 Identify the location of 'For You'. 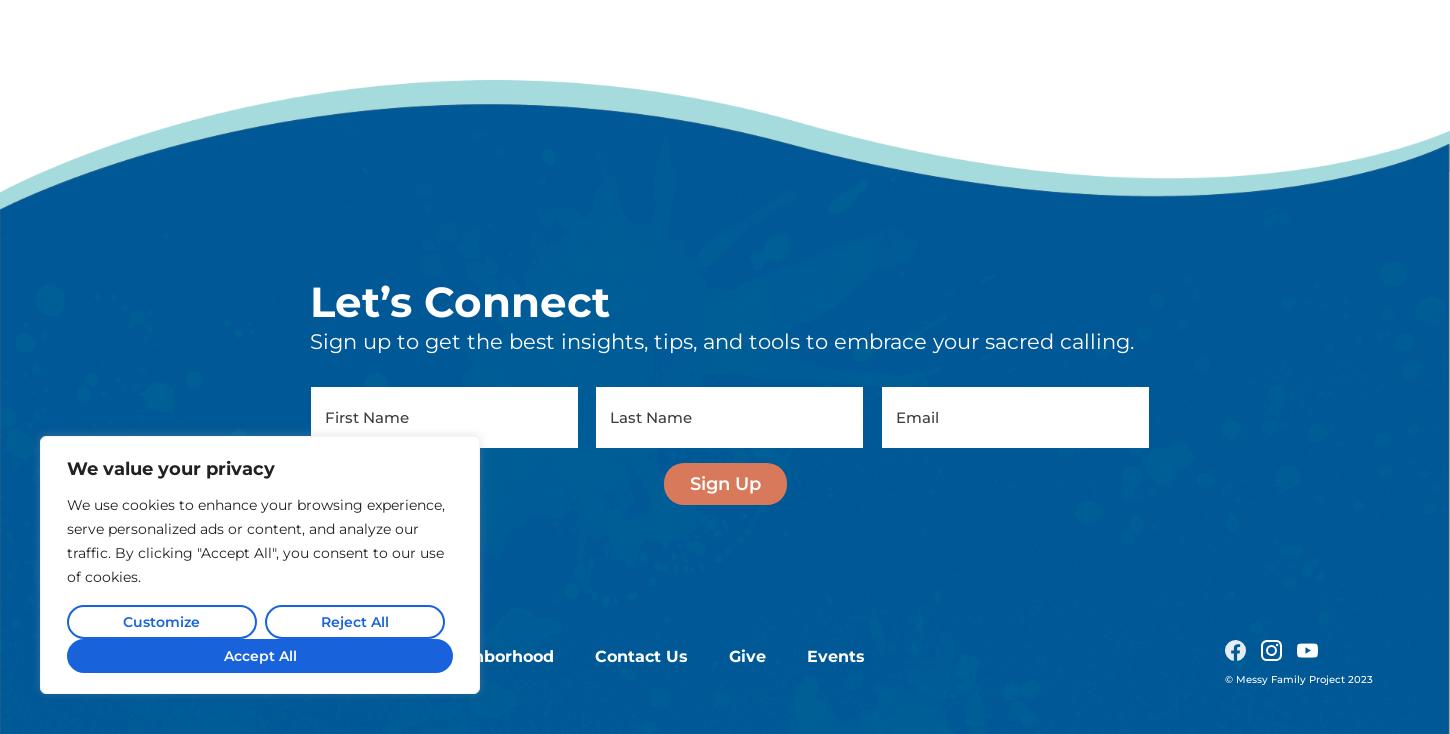
(361, 454).